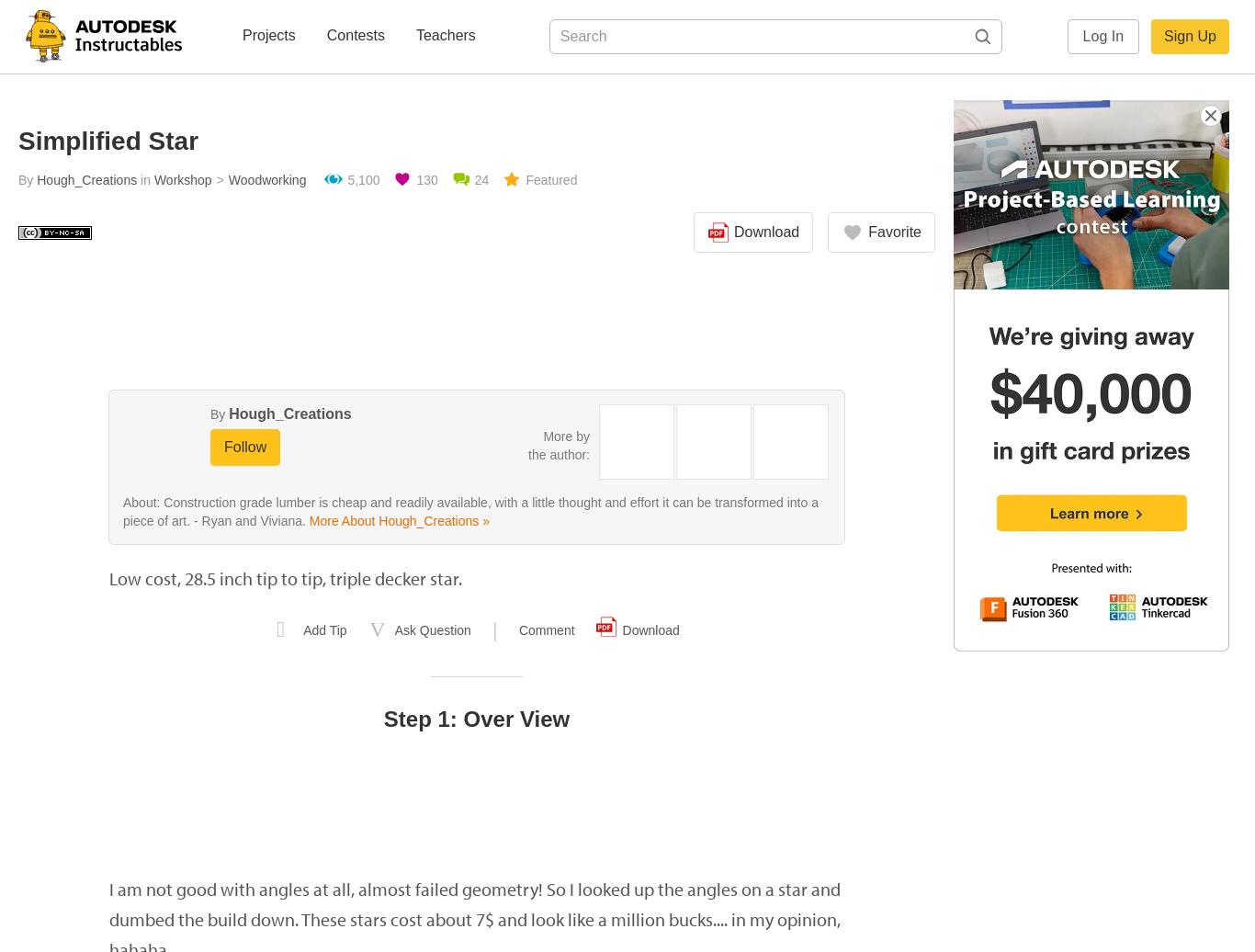 The height and width of the screenshot is (952, 1255). What do you see at coordinates (481, 180) in the screenshot?
I see `'24'` at bounding box center [481, 180].